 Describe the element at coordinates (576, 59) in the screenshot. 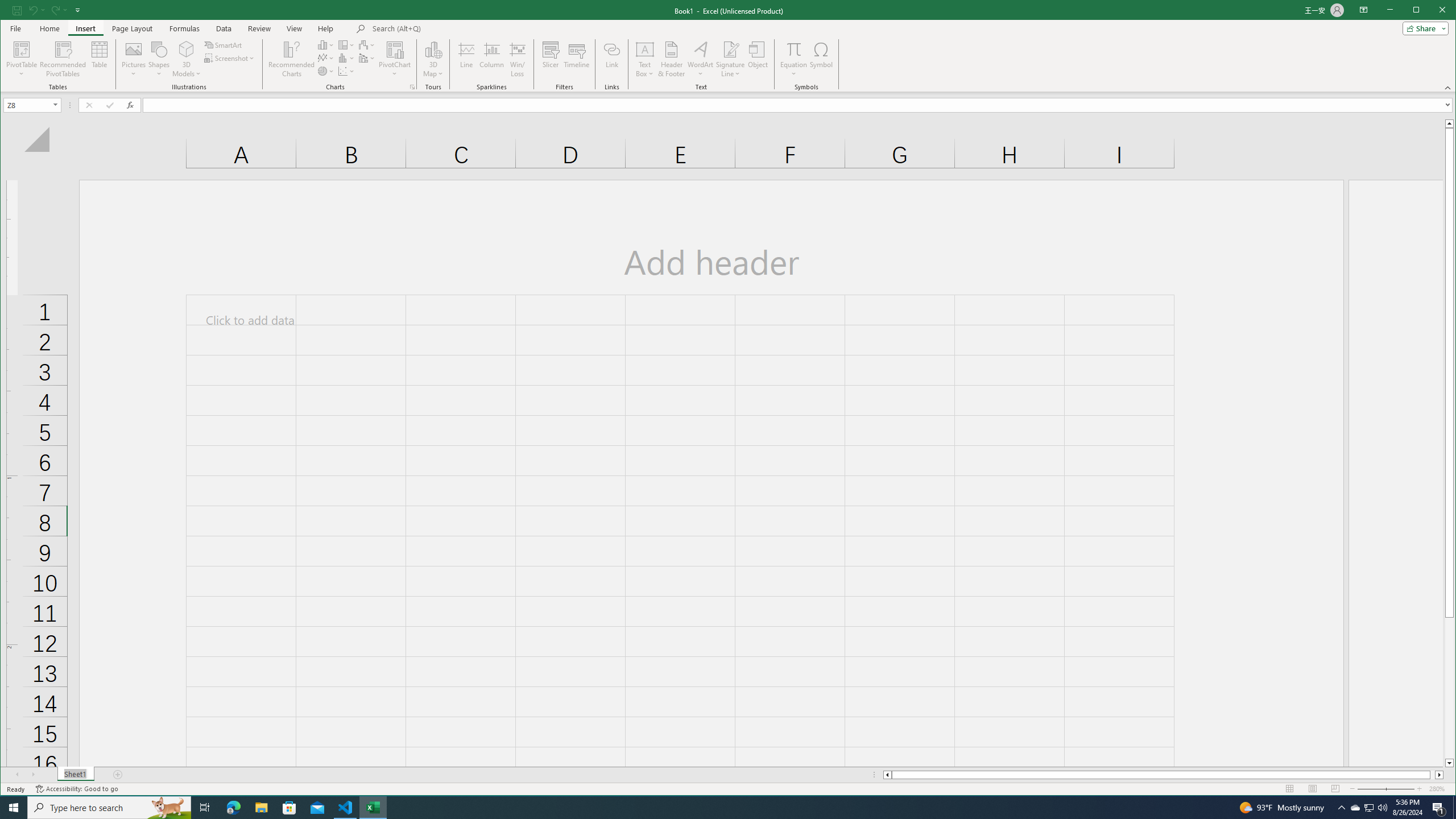

I see `'Timeline'` at that location.